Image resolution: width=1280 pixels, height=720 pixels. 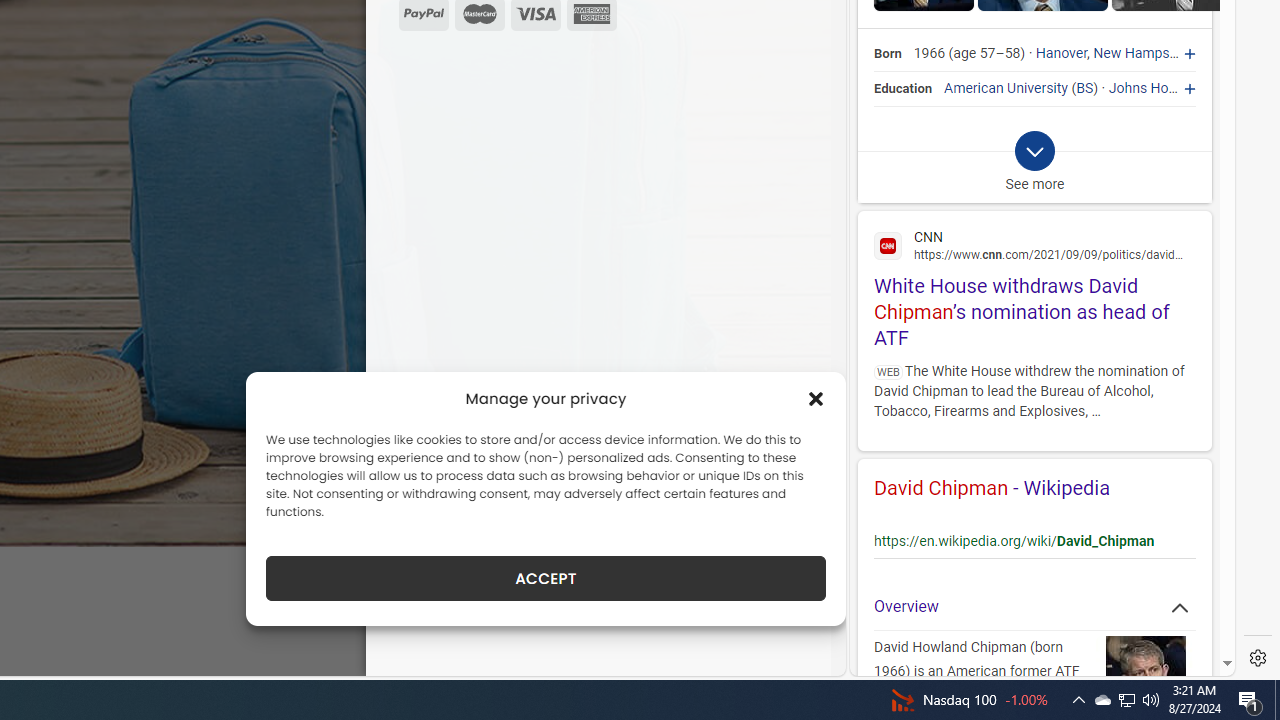 I want to click on 'Class: cmplz-close', so click(x=816, y=398).